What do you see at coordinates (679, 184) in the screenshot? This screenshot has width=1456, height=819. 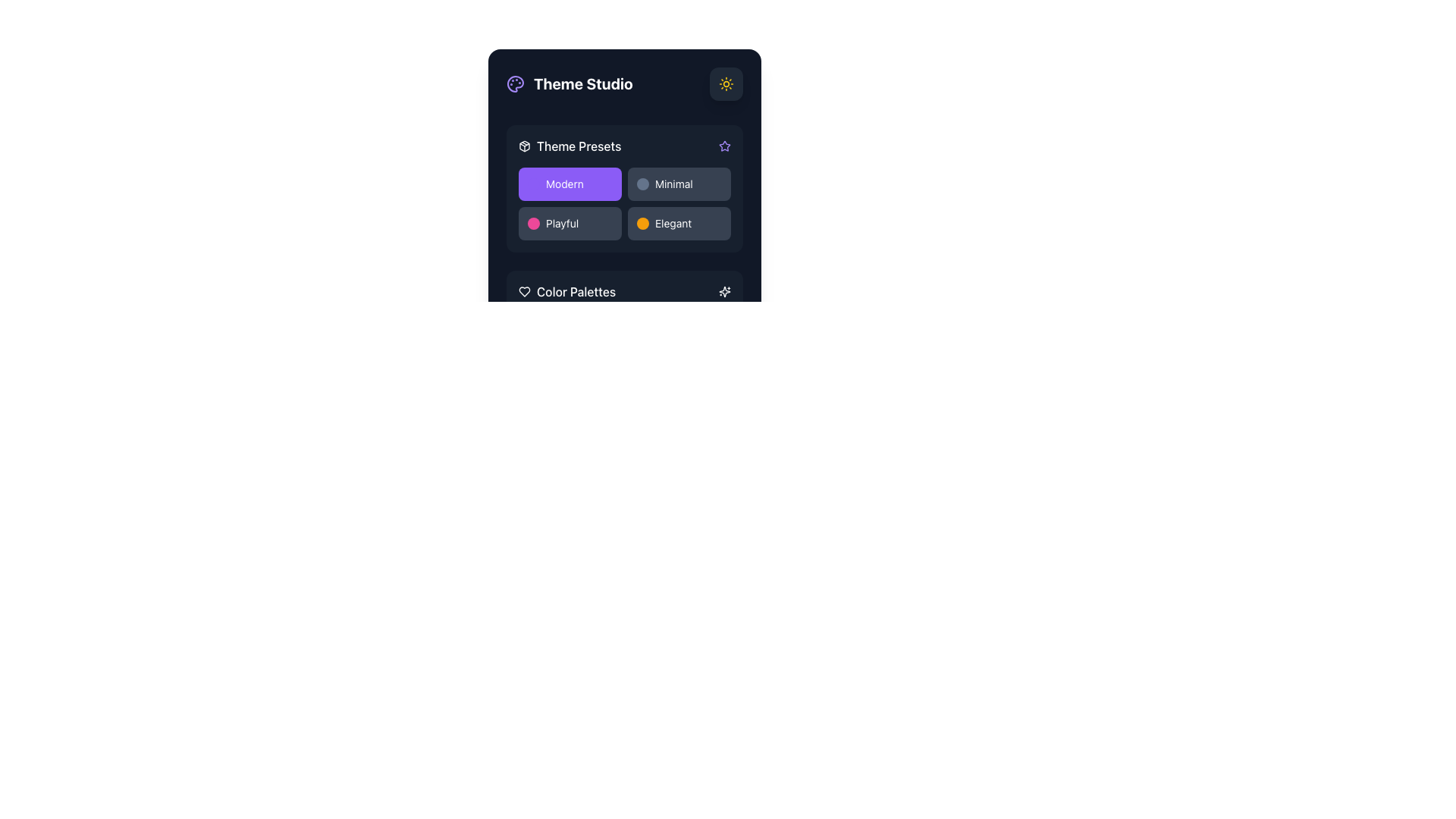 I see `the button in the 'Theme Presets' section` at bounding box center [679, 184].